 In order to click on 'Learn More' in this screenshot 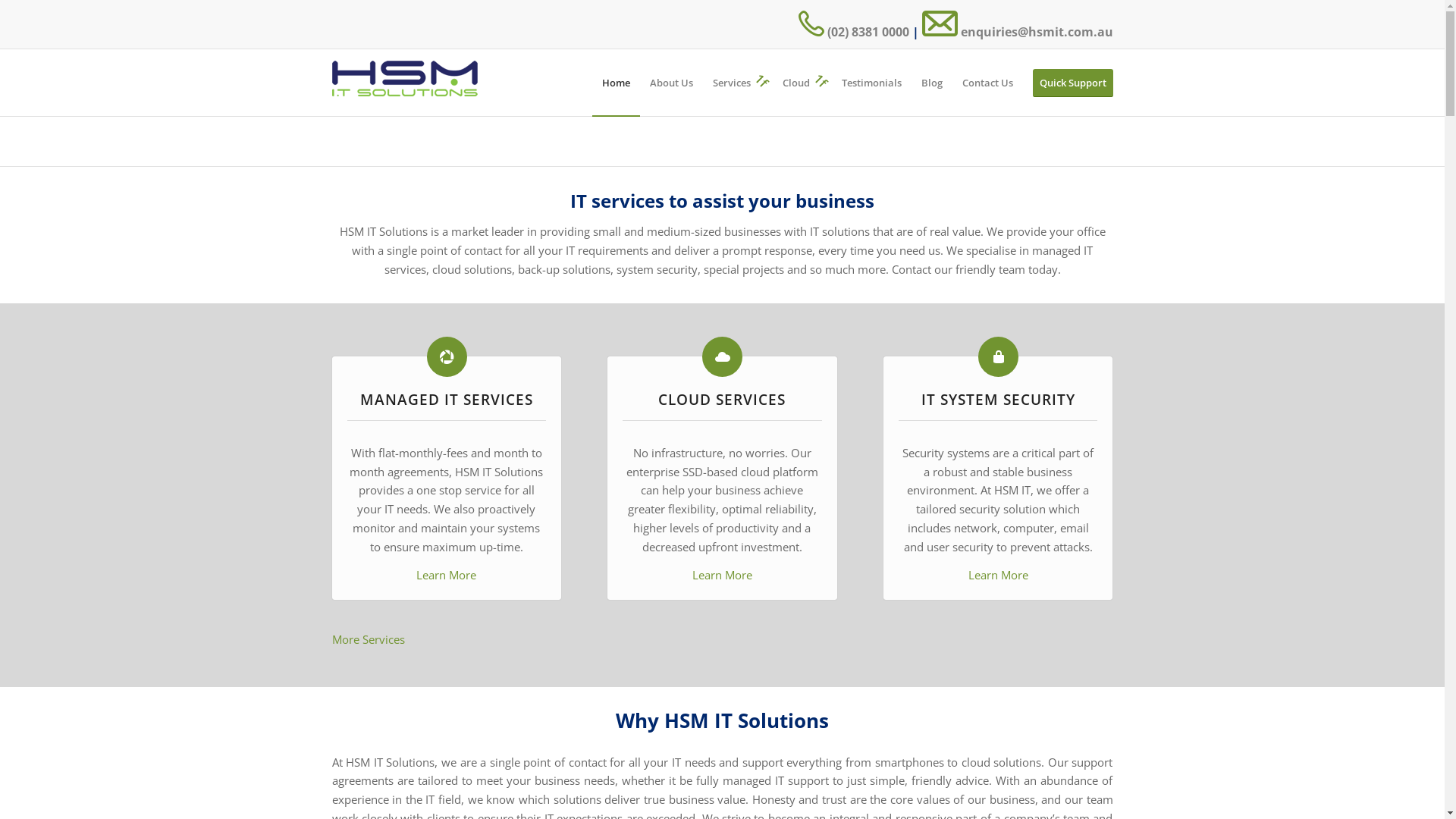, I will do `click(691, 575)`.